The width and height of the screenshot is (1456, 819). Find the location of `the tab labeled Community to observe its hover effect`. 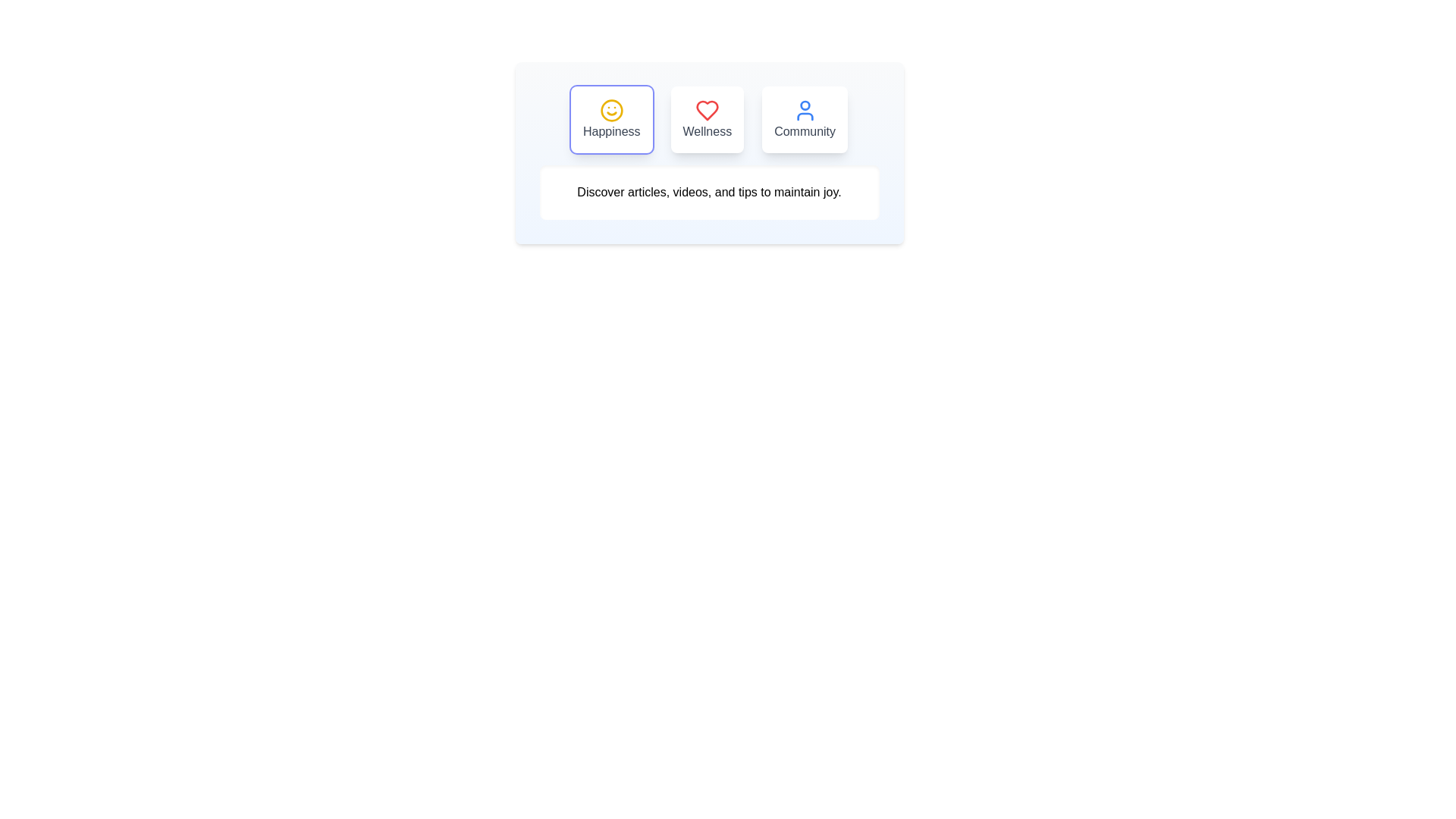

the tab labeled Community to observe its hover effect is located at coordinates (804, 119).